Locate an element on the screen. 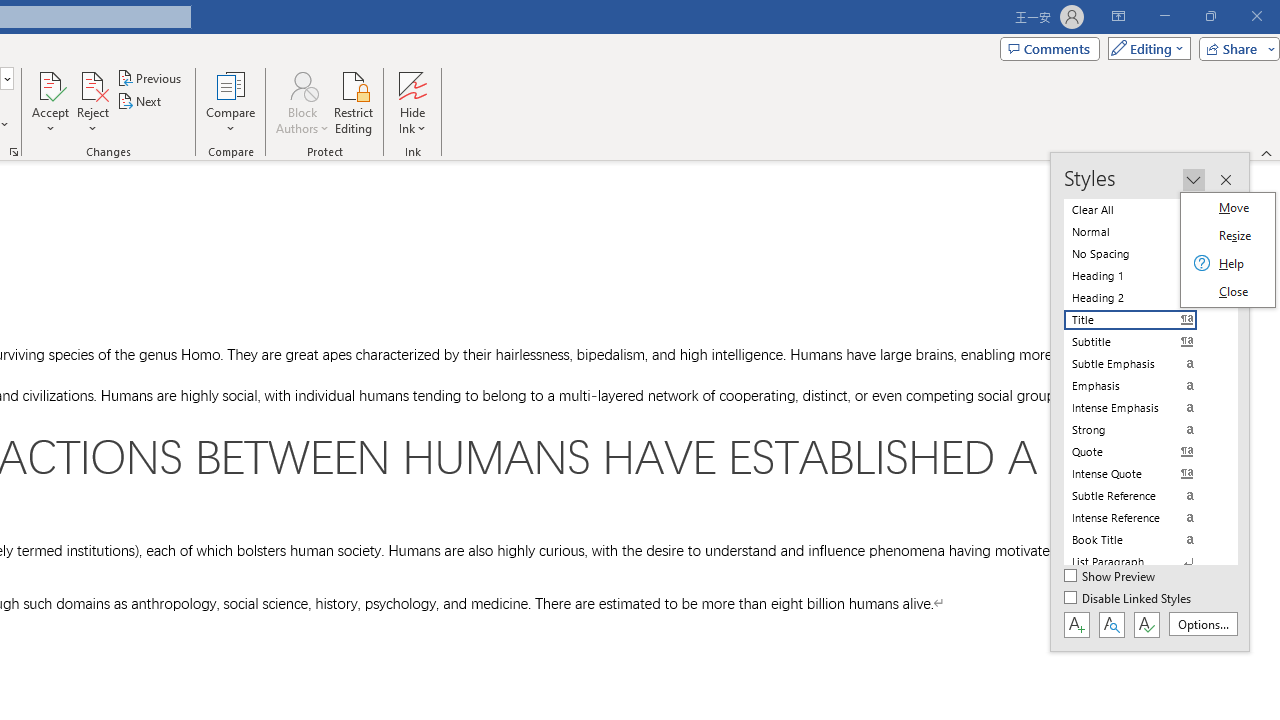 The image size is (1280, 720). 'Book Title' is located at coordinates (1142, 540).